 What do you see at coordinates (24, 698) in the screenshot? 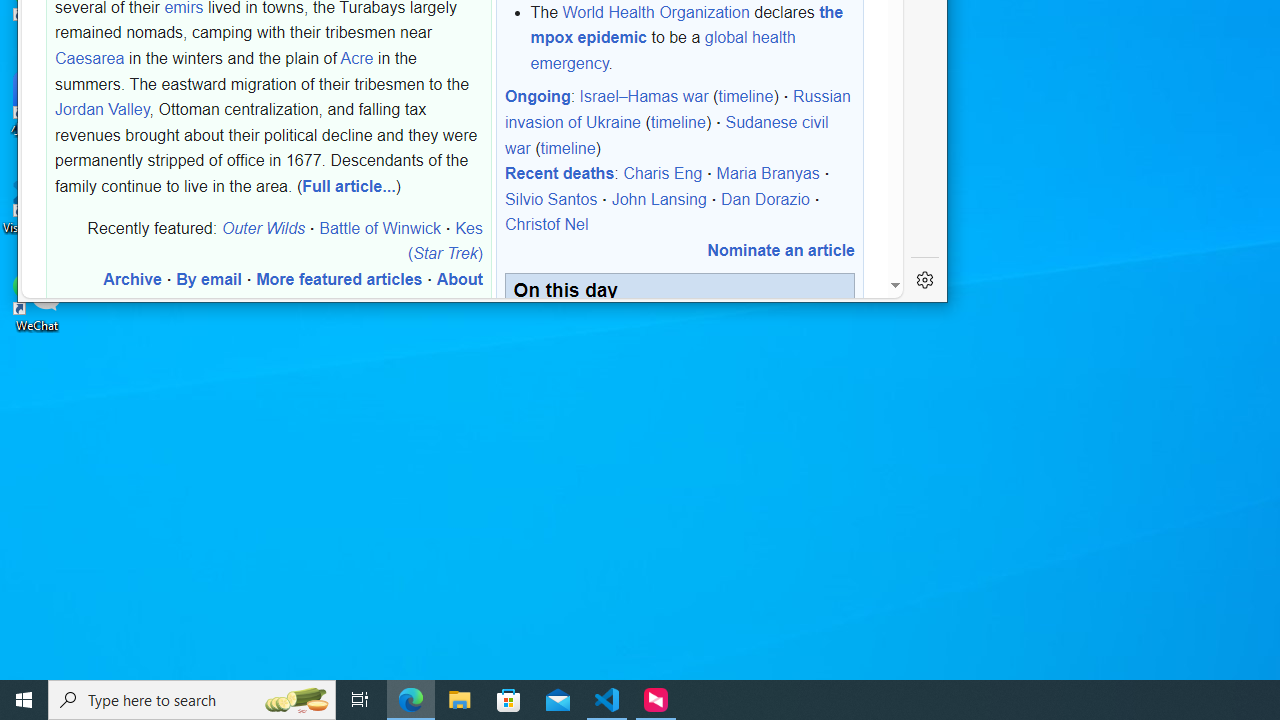
I see `'Start'` at bounding box center [24, 698].